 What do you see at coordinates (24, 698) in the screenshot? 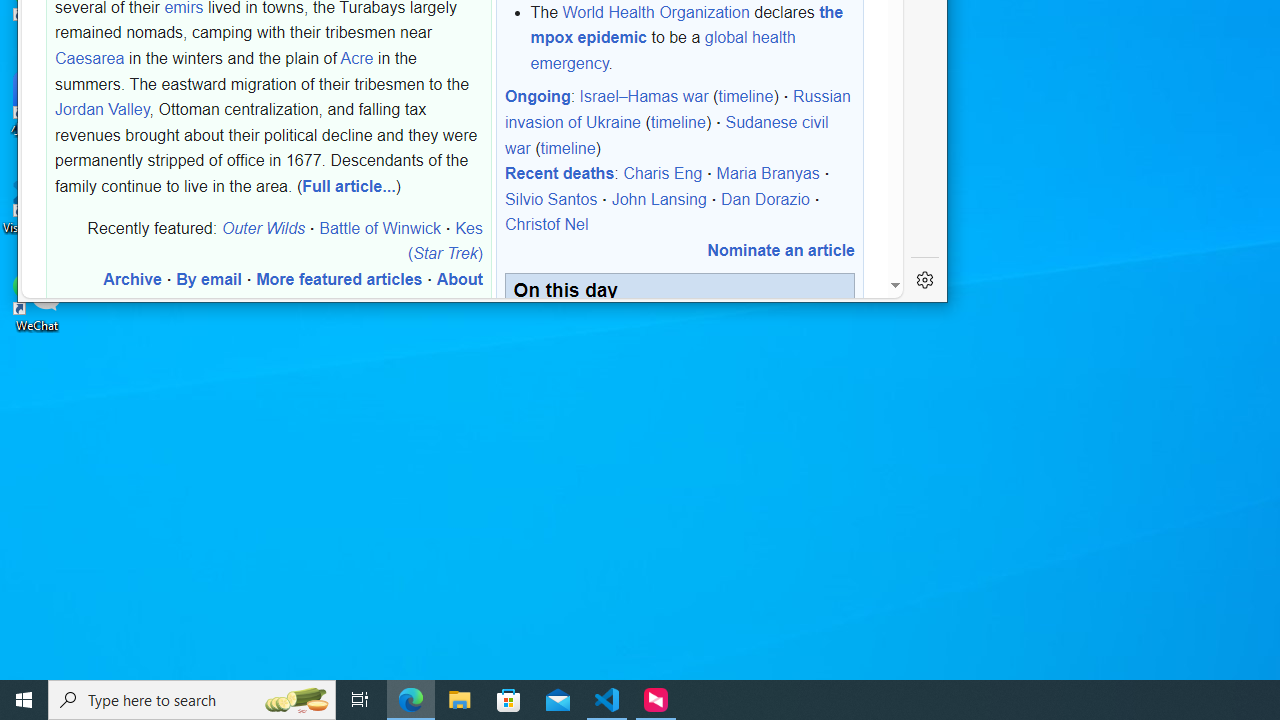
I see `'Start'` at bounding box center [24, 698].